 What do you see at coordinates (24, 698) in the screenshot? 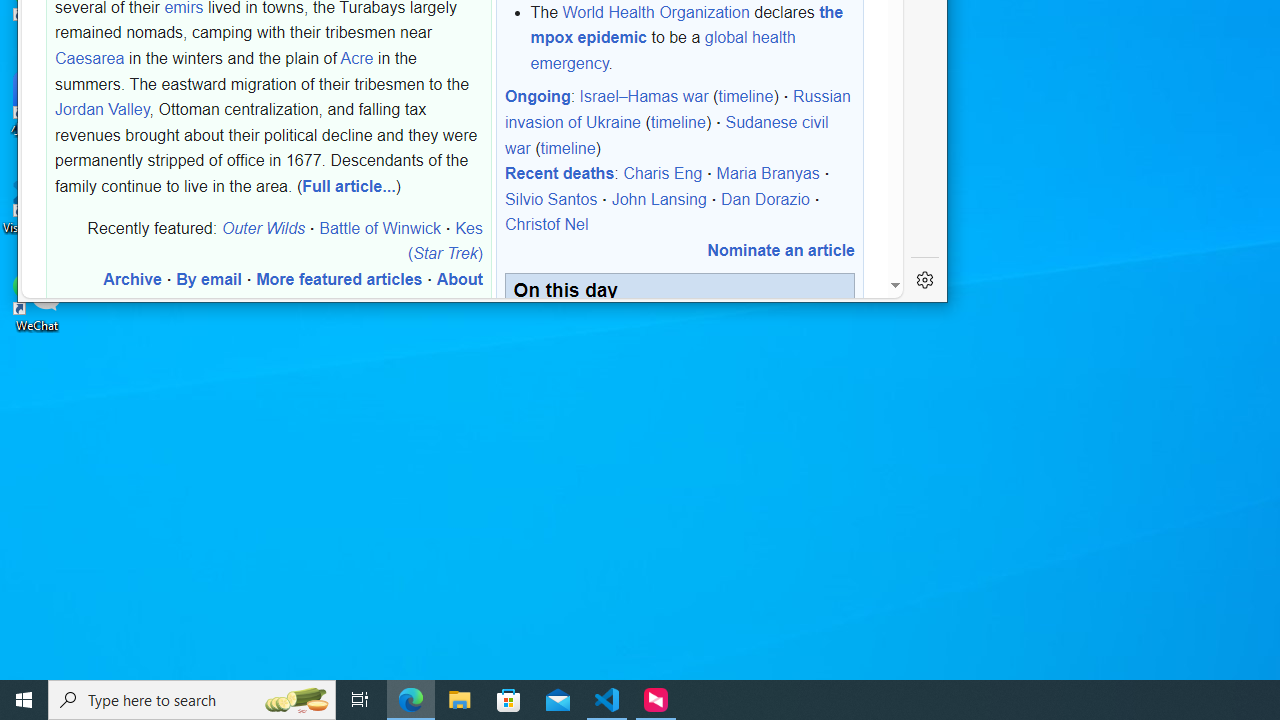
I see `'Start'` at bounding box center [24, 698].